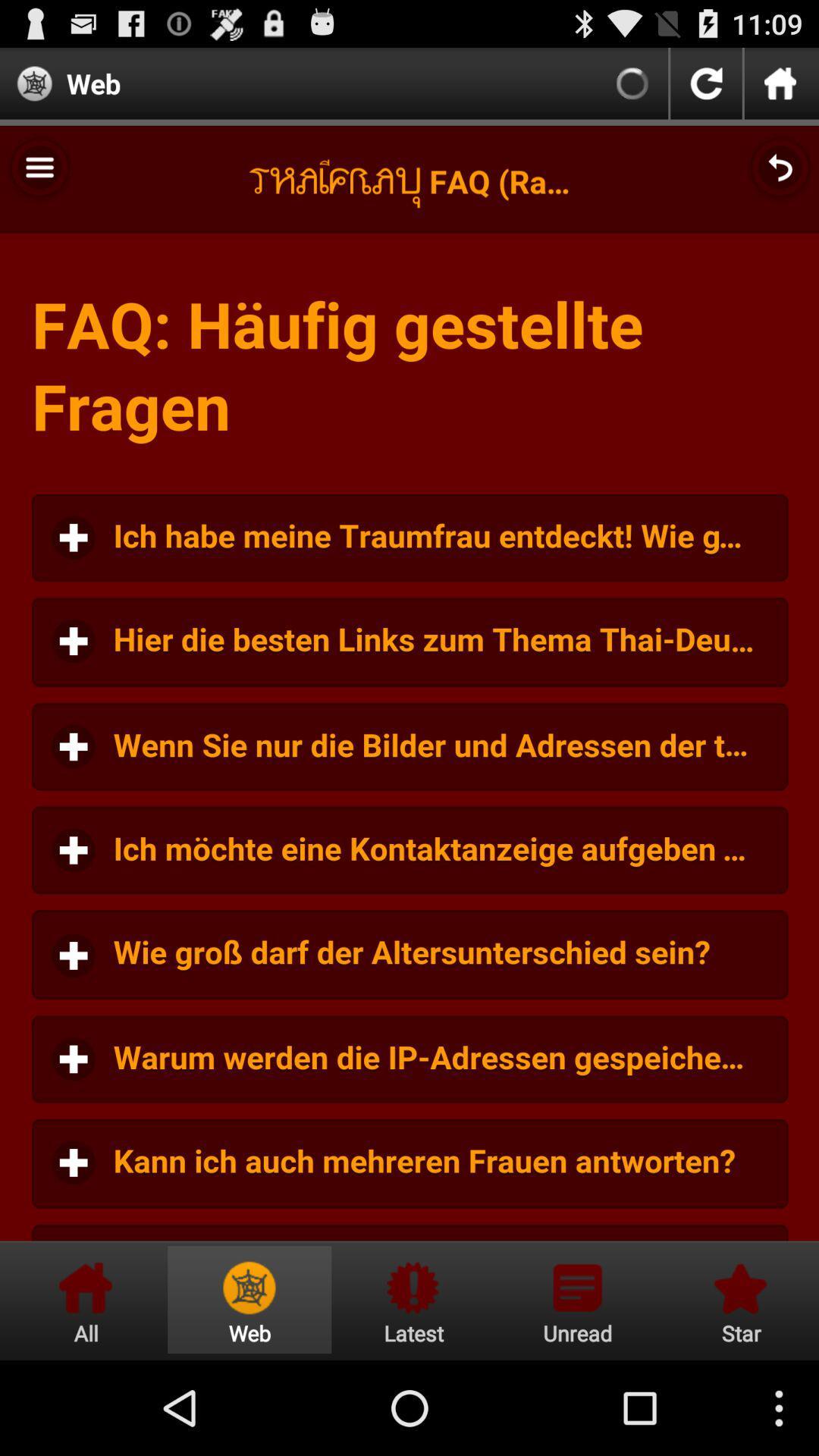 This screenshot has width=819, height=1456. Describe the element at coordinates (706, 83) in the screenshot. I see `refresh` at that location.